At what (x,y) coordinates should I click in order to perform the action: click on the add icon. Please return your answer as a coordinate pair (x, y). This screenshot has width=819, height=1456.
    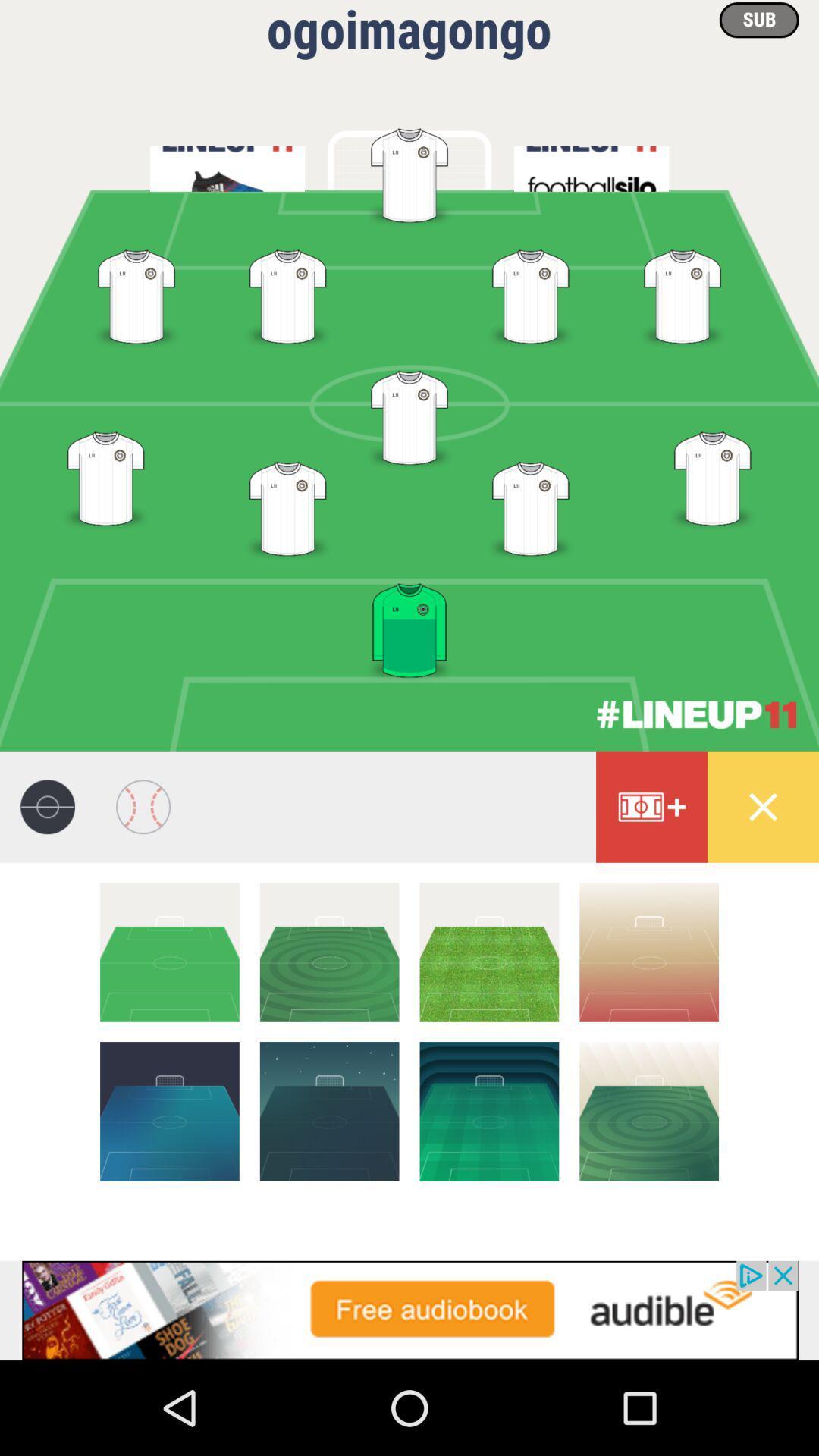
    Looking at the image, I should click on (489, 1111).